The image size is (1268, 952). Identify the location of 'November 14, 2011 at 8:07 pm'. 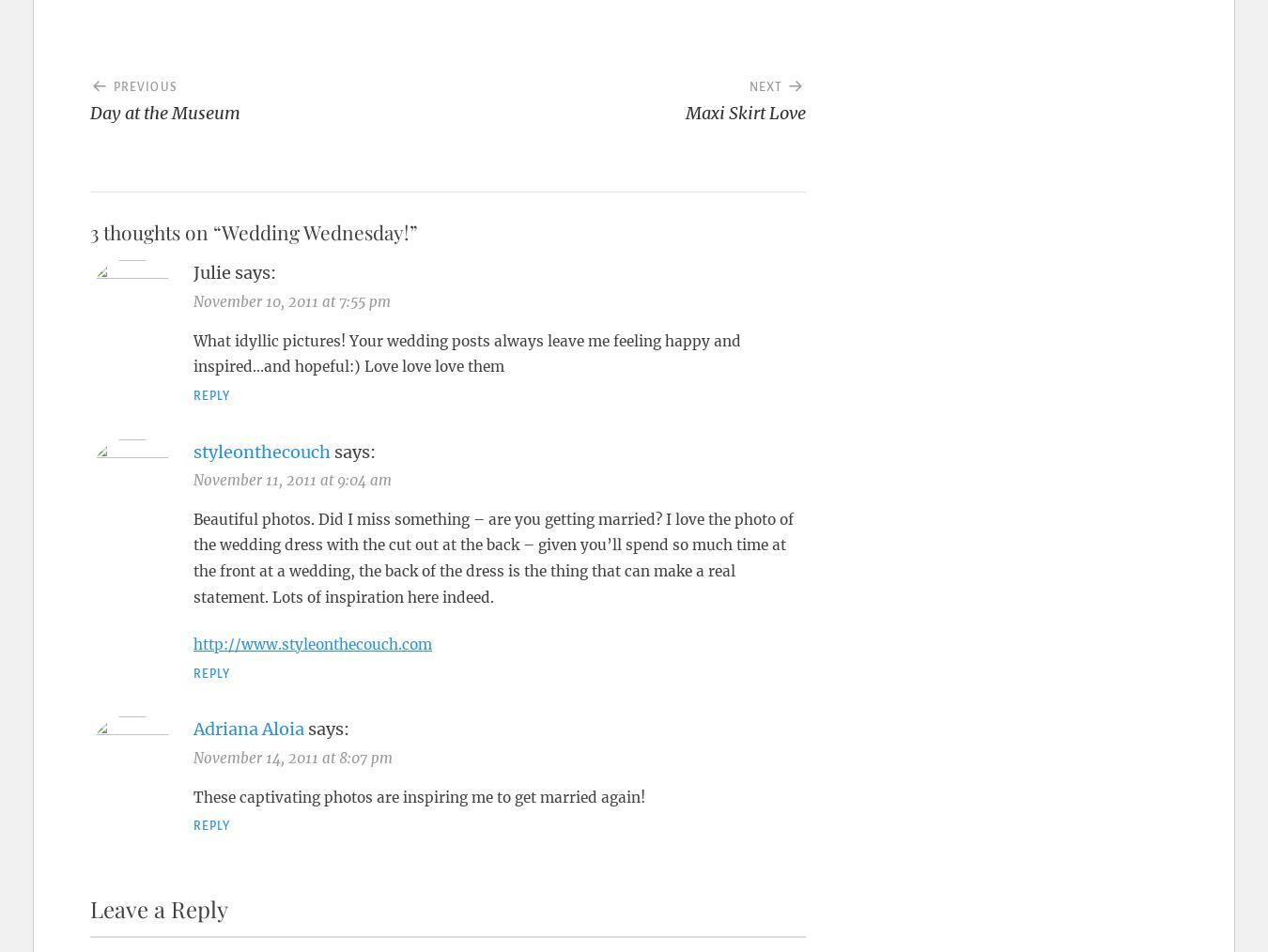
(291, 757).